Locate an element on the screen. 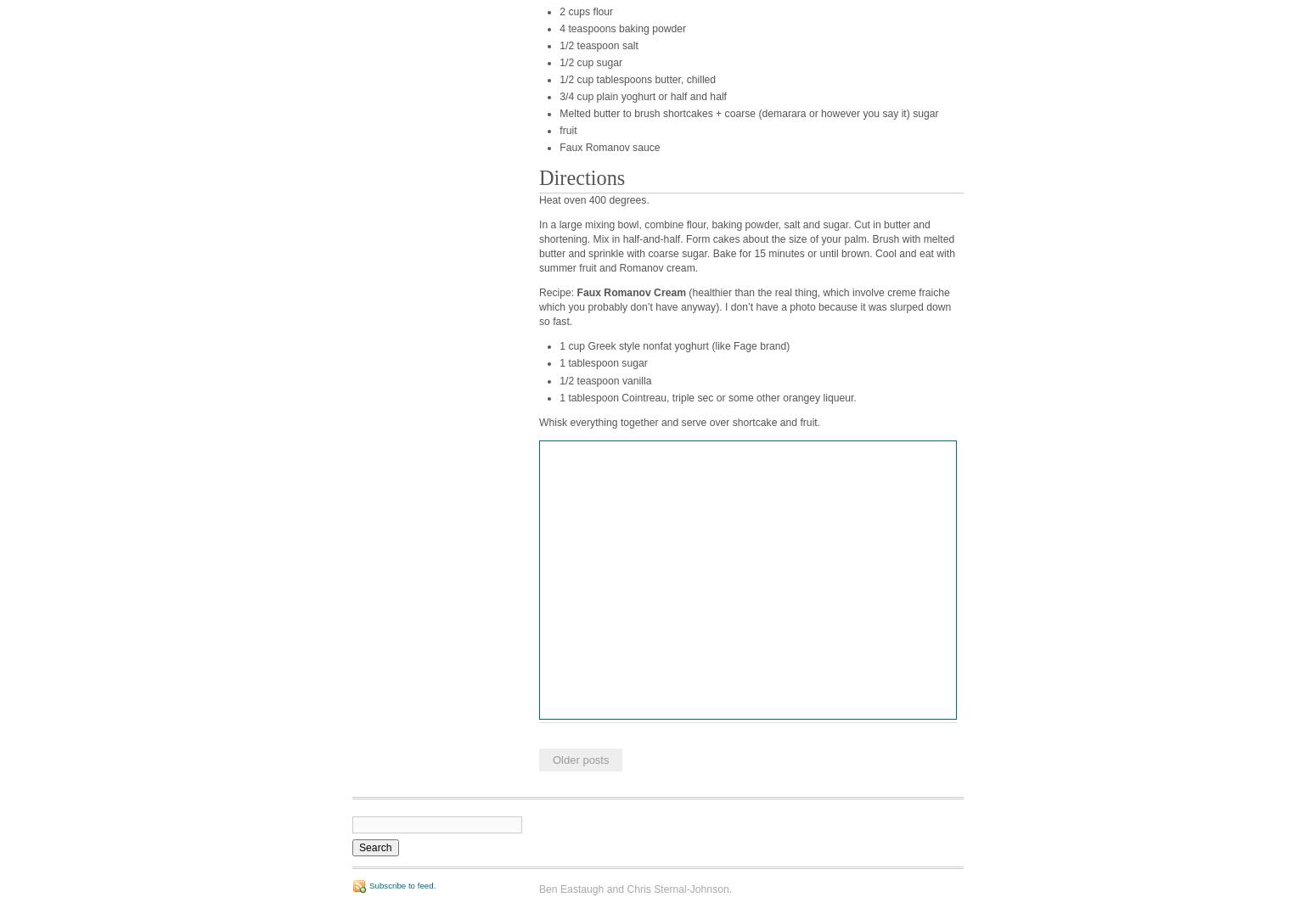  'Faux Romanov sauce' is located at coordinates (609, 147).